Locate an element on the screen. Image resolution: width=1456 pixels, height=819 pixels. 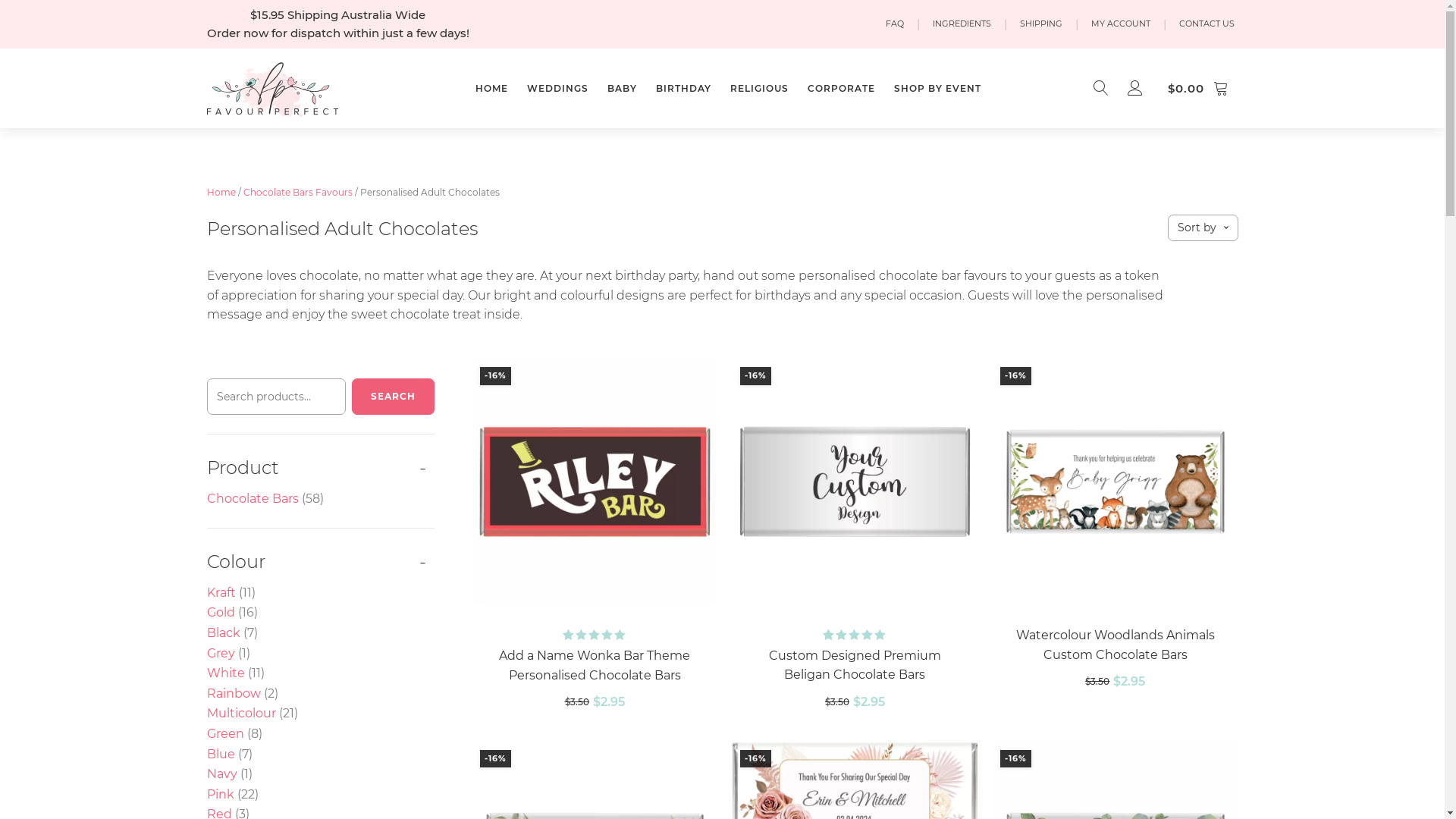
'Add a Name Wonka Bar Theme Personalised Chocolate Bars' is located at coordinates (487, 664).